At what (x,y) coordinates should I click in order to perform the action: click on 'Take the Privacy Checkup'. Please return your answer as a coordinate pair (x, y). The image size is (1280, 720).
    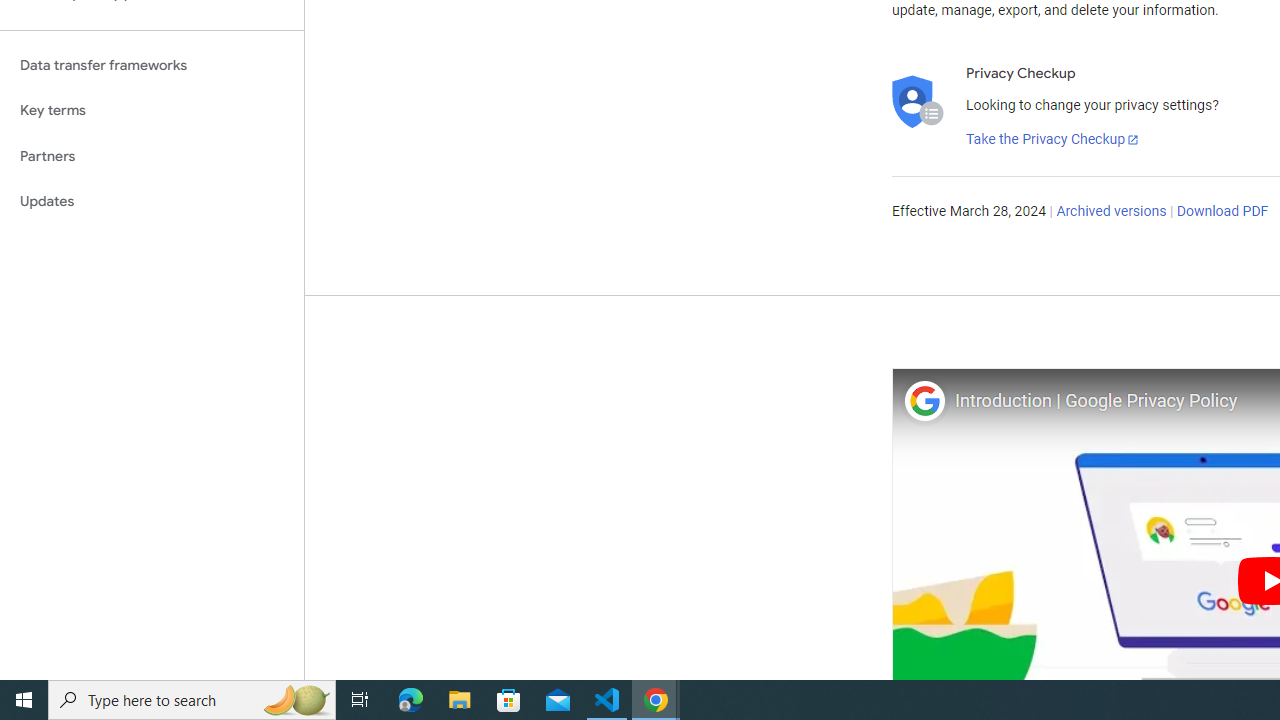
    Looking at the image, I should click on (1052, 139).